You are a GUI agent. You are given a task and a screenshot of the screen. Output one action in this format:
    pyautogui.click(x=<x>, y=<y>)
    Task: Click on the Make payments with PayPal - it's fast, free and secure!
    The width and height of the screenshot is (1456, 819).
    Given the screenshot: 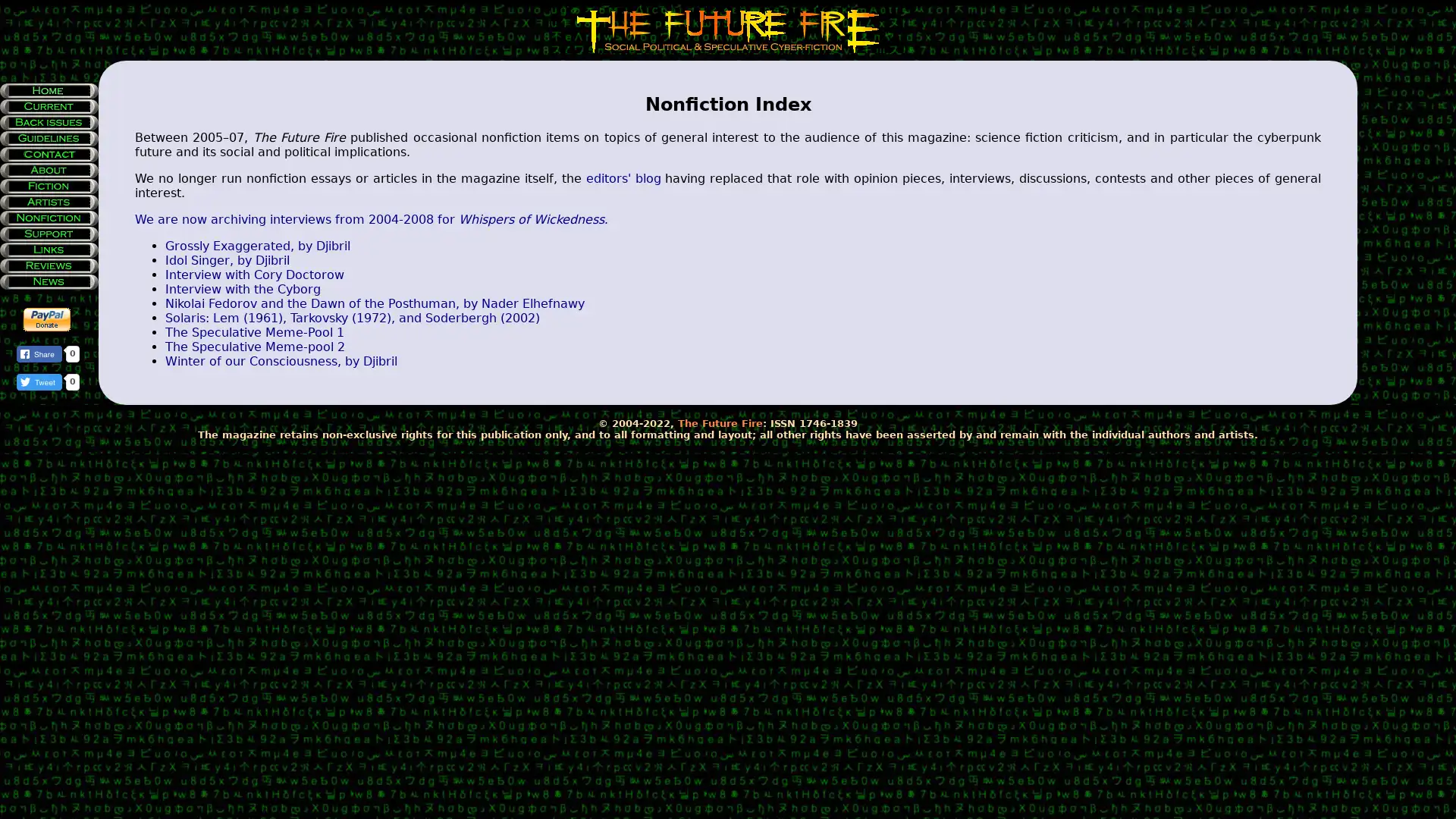 What is the action you would take?
    pyautogui.click(x=47, y=318)
    